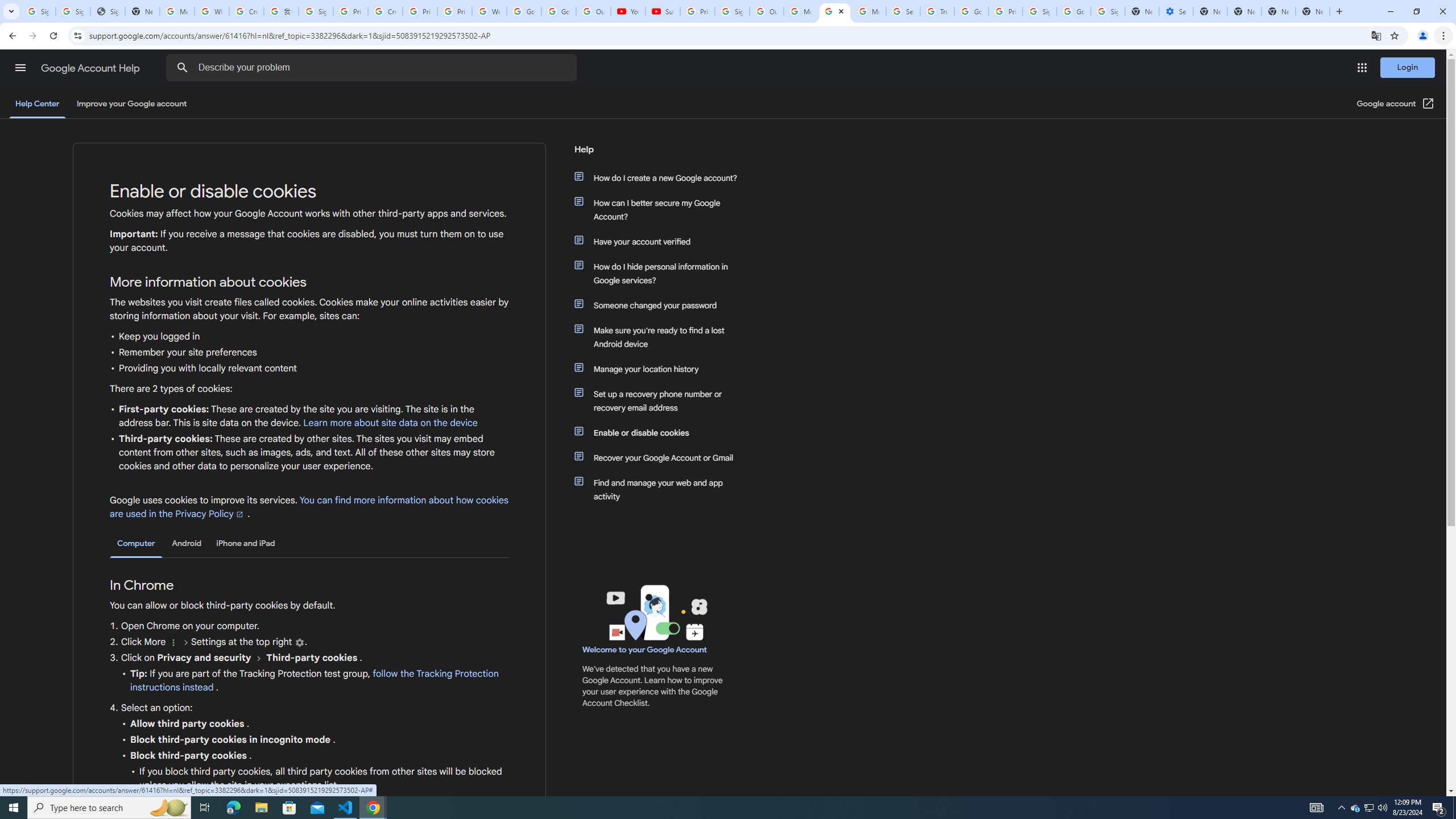 The height and width of the screenshot is (819, 1456). I want to click on 'Help Center', so click(37, 103).